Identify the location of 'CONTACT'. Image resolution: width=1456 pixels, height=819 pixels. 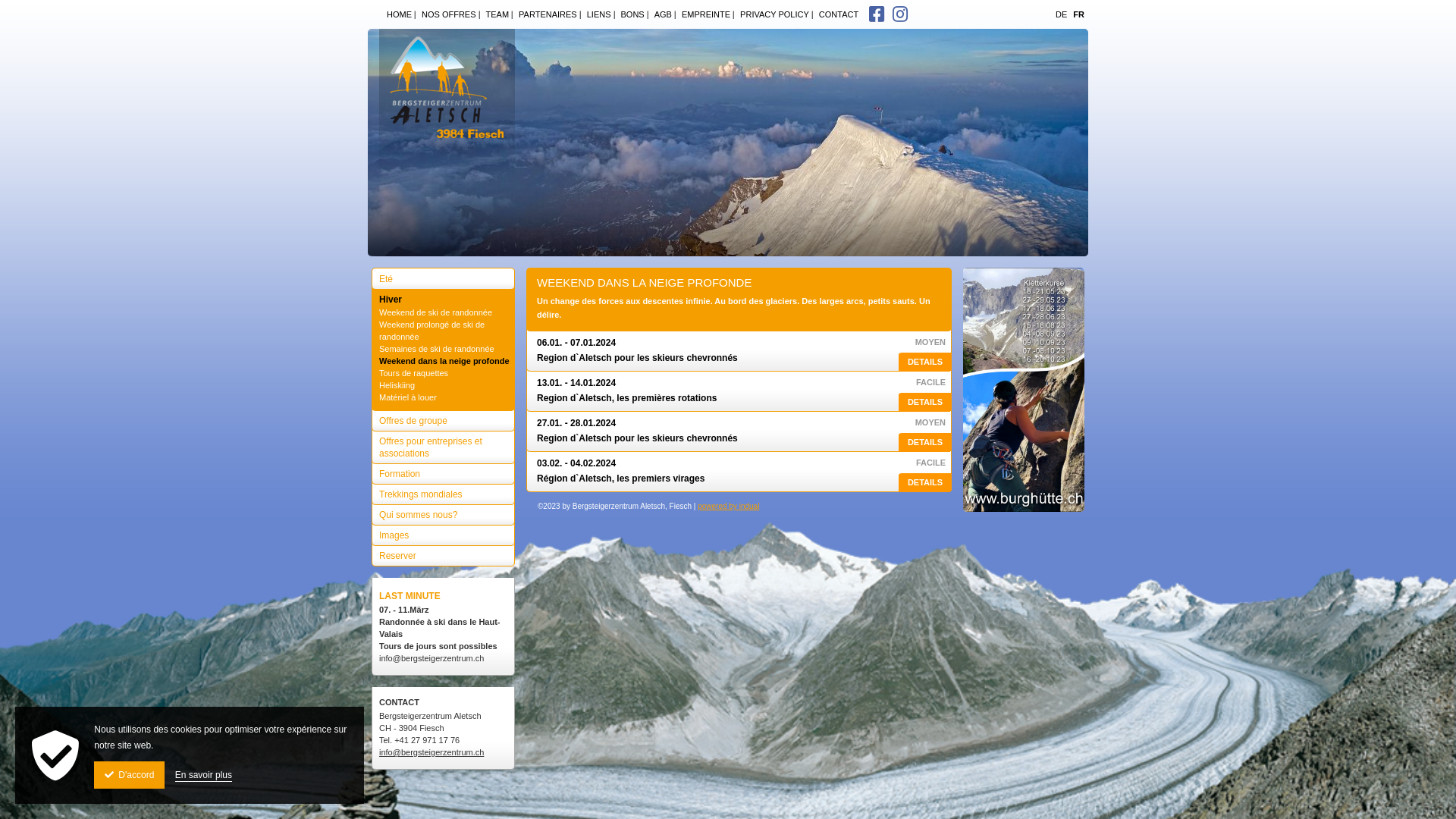
(835, 14).